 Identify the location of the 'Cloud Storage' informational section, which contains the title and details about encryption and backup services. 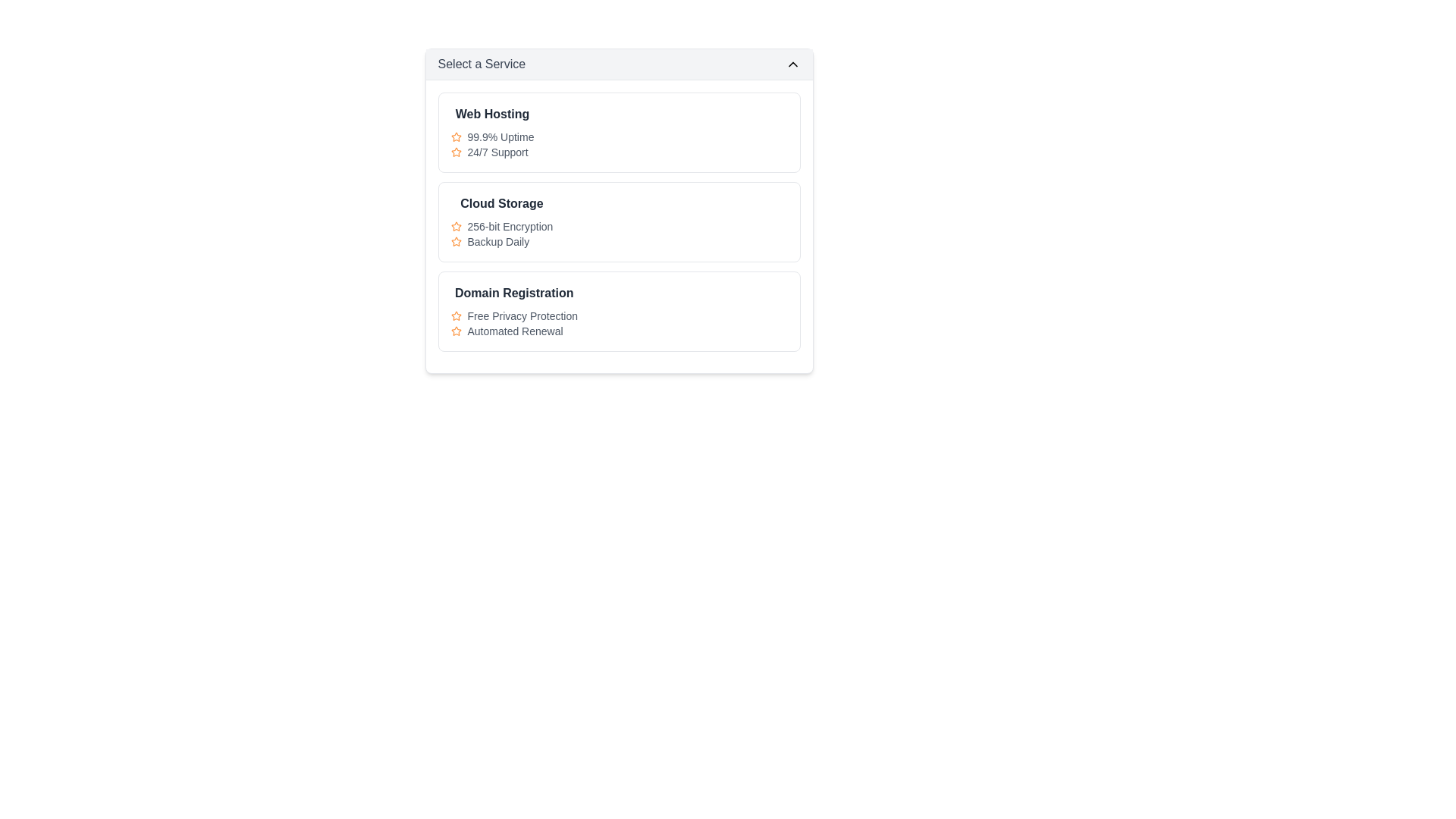
(502, 222).